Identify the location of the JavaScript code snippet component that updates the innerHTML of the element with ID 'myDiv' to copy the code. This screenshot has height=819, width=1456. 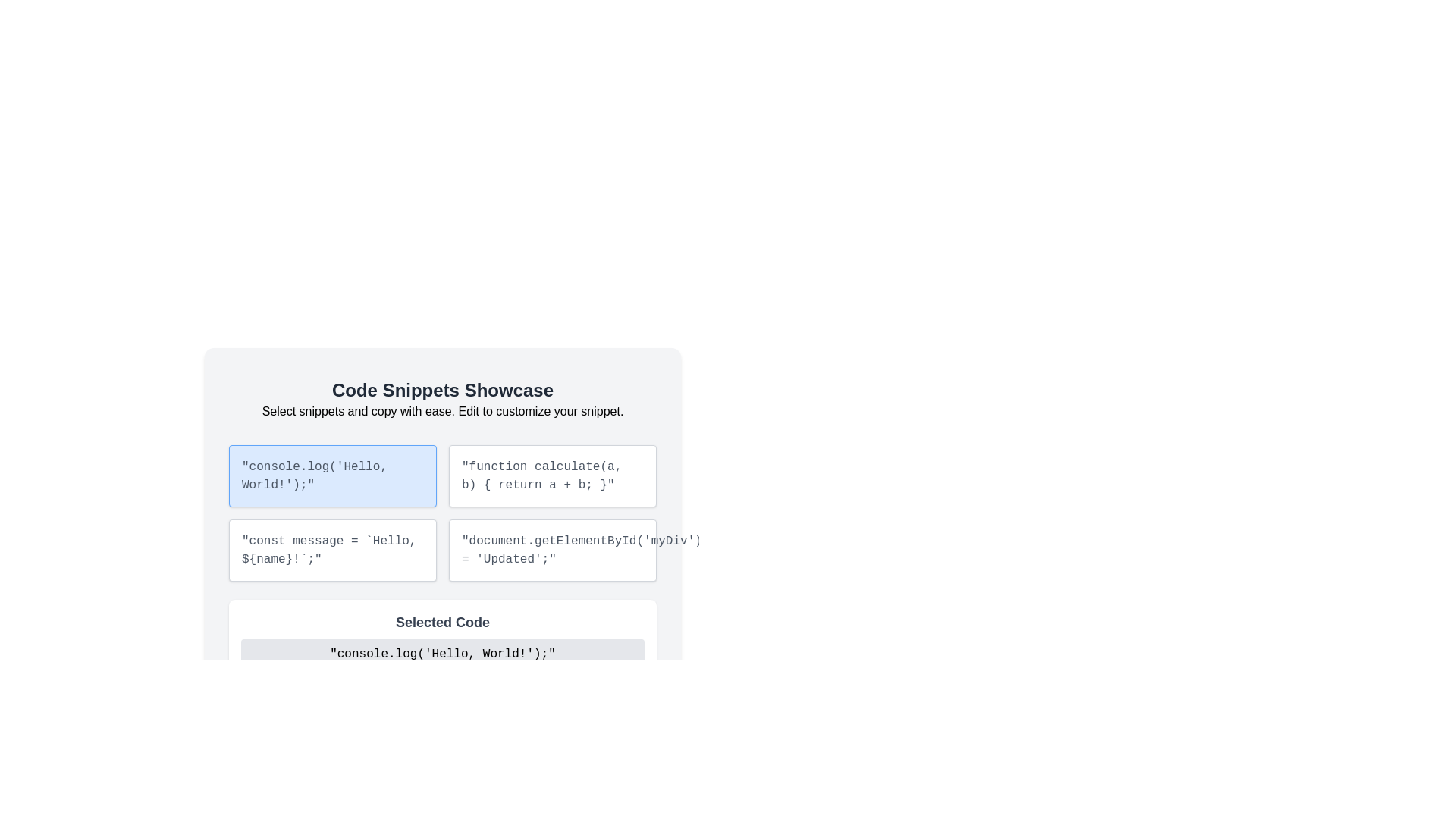
(552, 550).